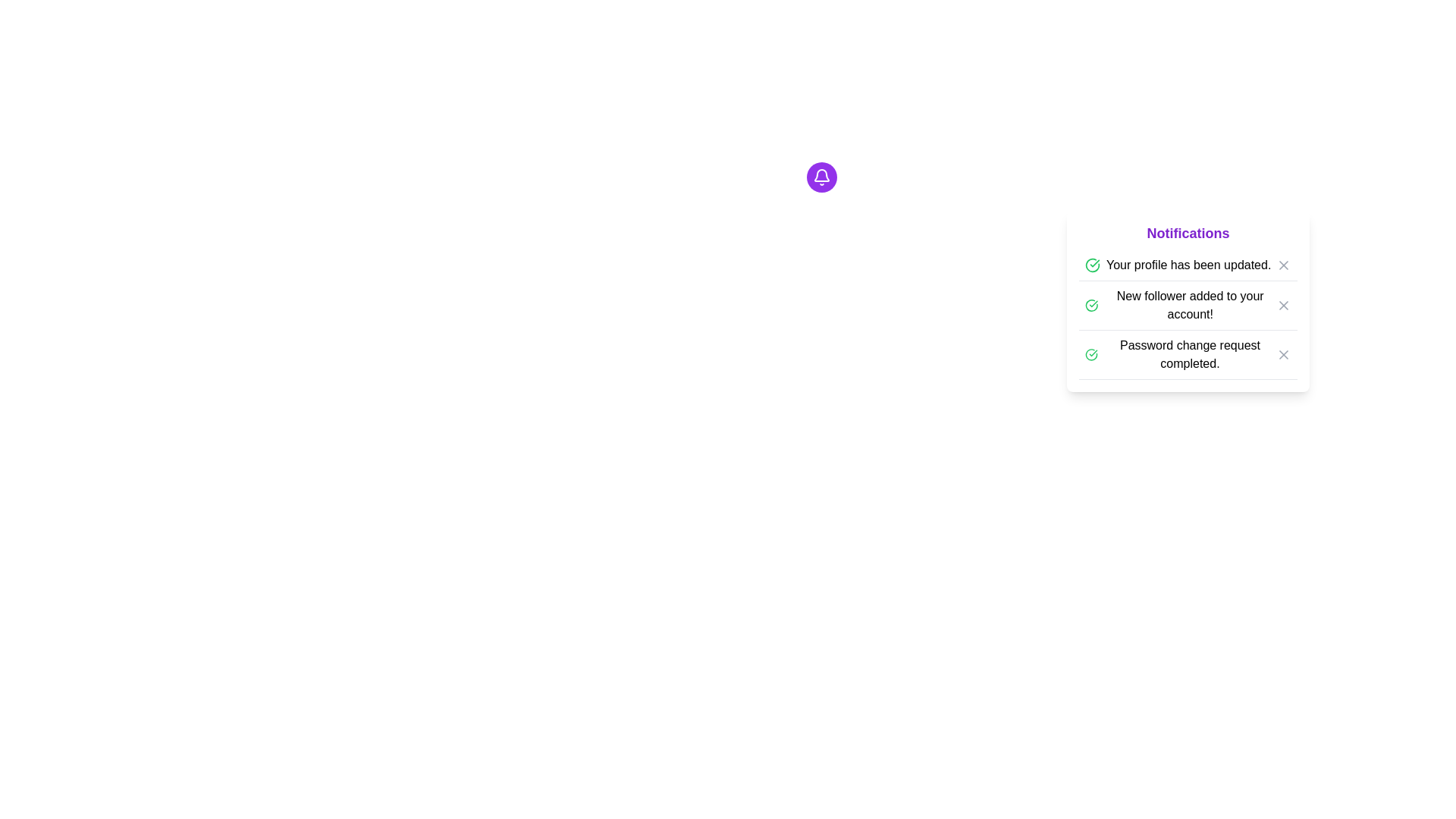 The width and height of the screenshot is (1456, 819). Describe the element at coordinates (1283, 265) in the screenshot. I see `the close button located at the top-right corner of the notification card` at that location.